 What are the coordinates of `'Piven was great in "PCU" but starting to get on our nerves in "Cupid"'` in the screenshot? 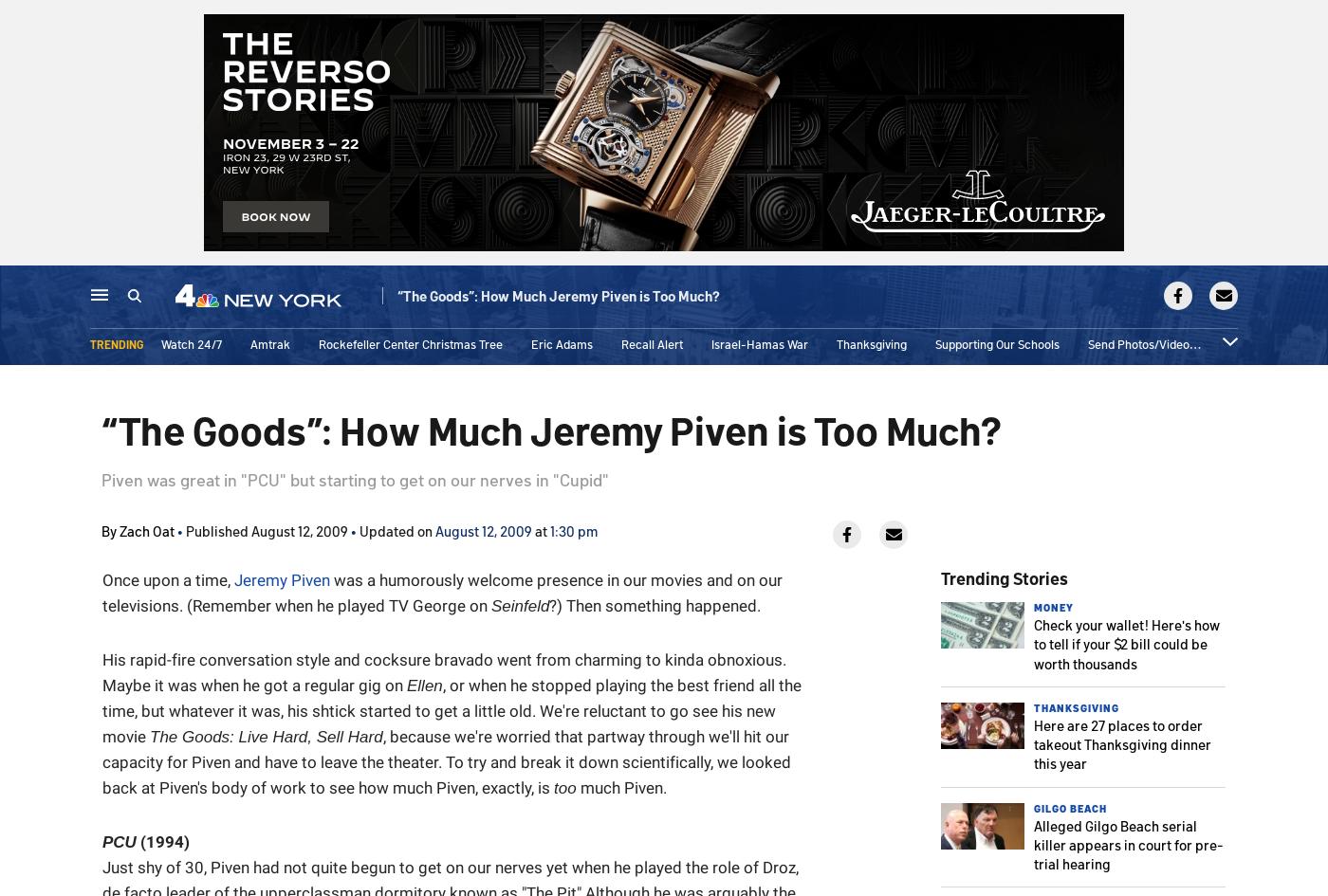 It's located at (355, 478).